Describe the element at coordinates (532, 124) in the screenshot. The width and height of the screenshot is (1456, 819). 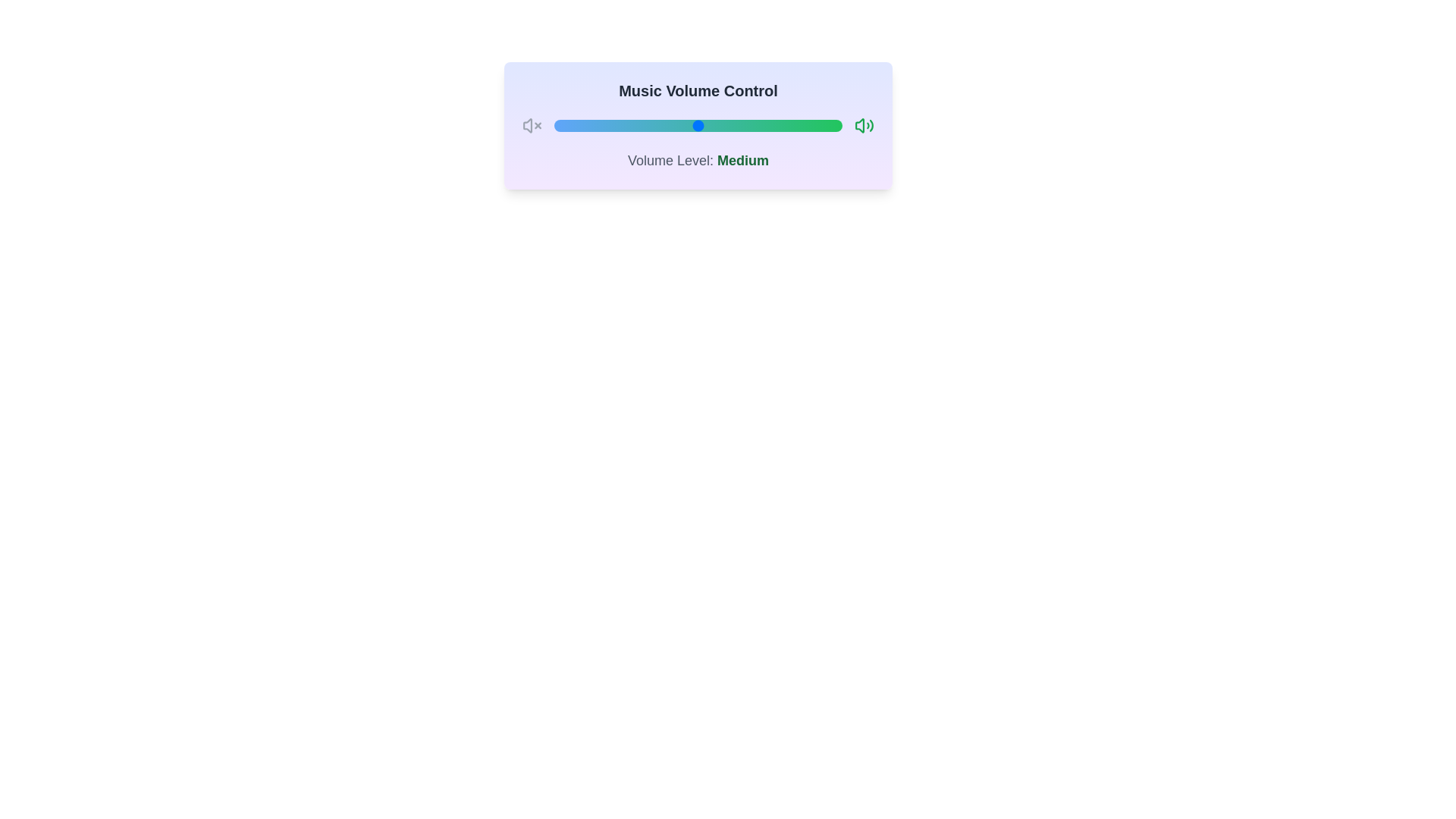
I see `the mute icon to mute the volume` at that location.